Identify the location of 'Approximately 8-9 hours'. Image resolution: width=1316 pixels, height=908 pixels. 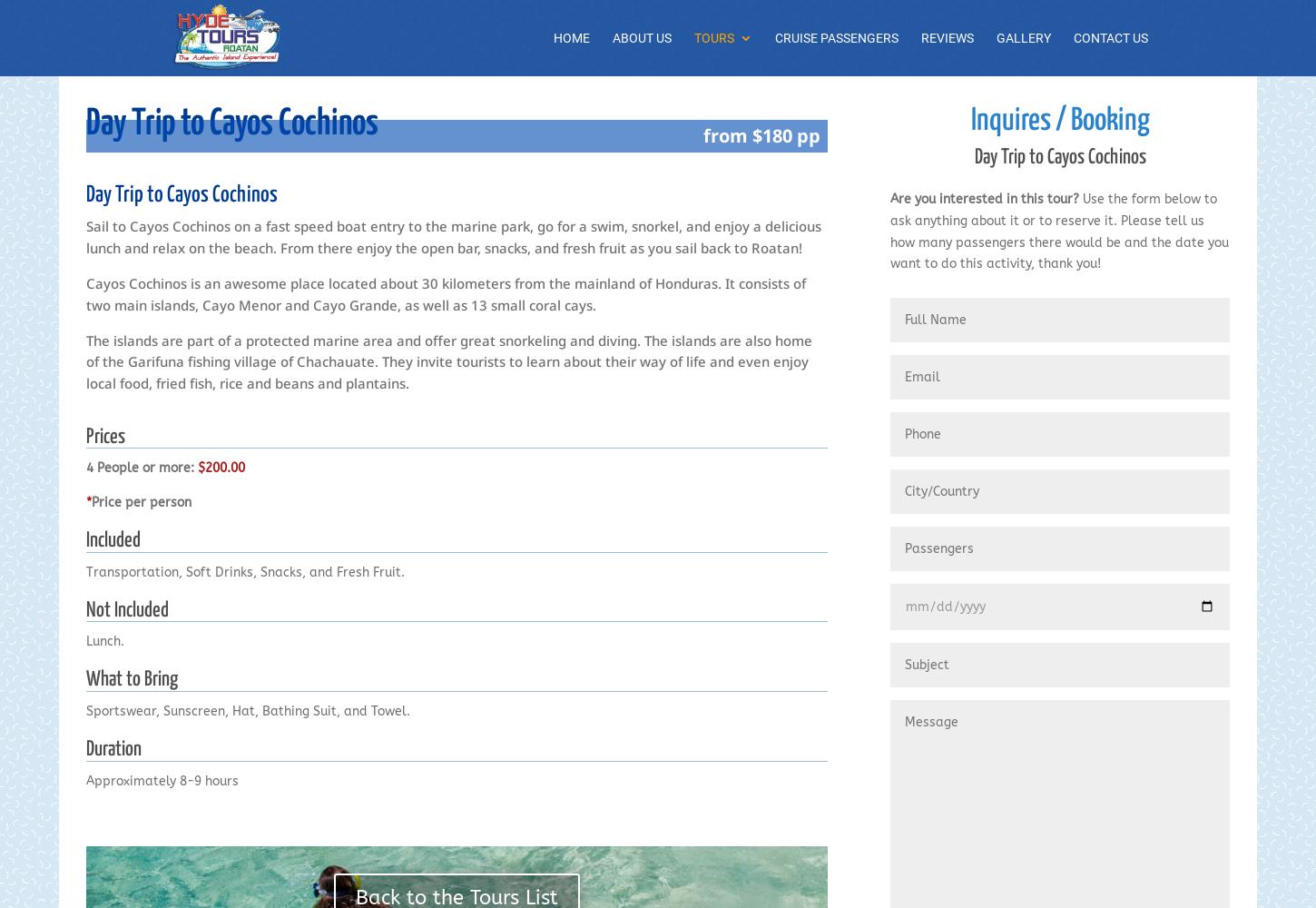
(161, 779).